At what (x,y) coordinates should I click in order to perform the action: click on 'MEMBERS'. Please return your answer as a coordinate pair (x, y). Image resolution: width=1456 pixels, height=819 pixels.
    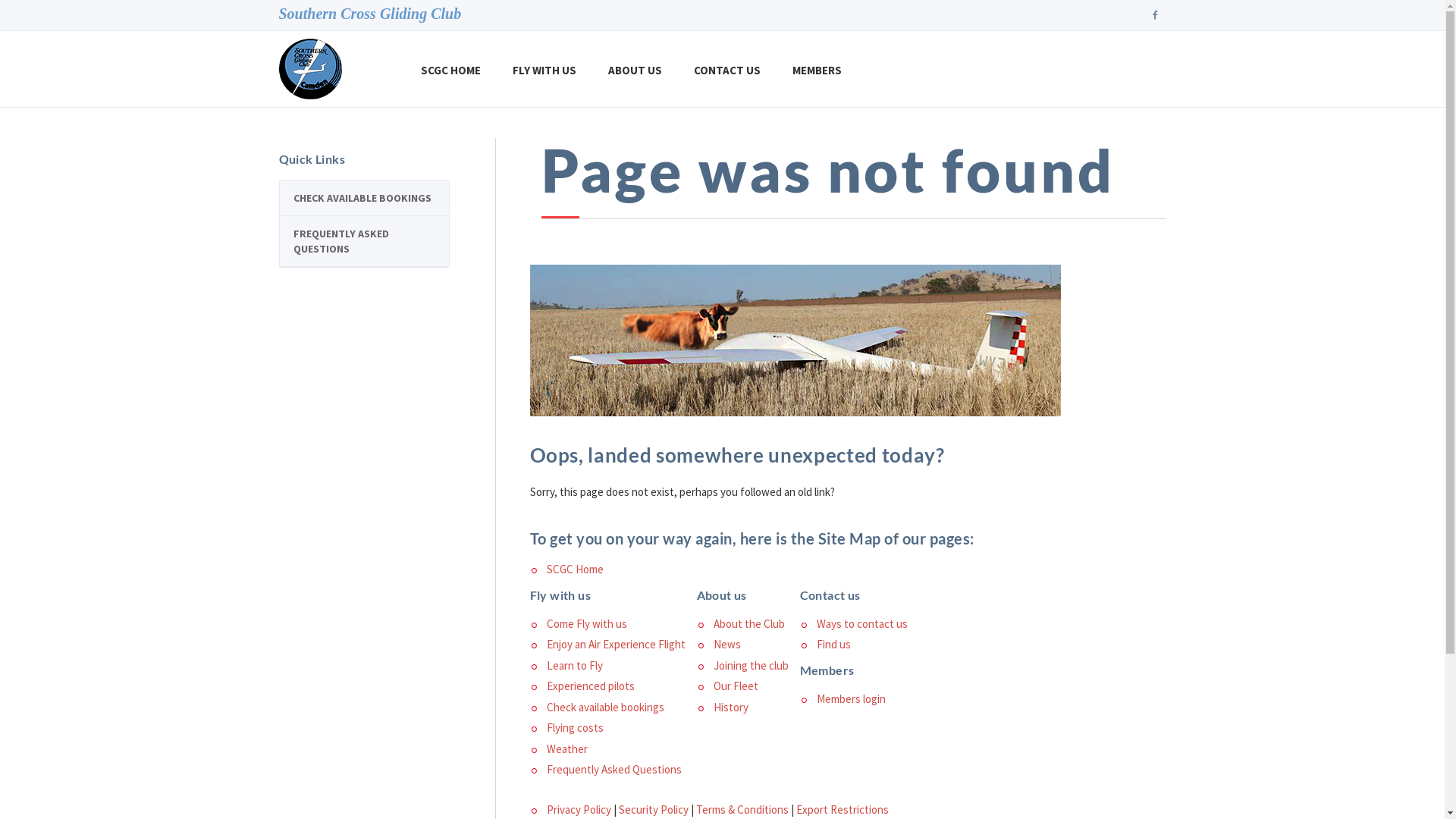
    Looking at the image, I should click on (816, 69).